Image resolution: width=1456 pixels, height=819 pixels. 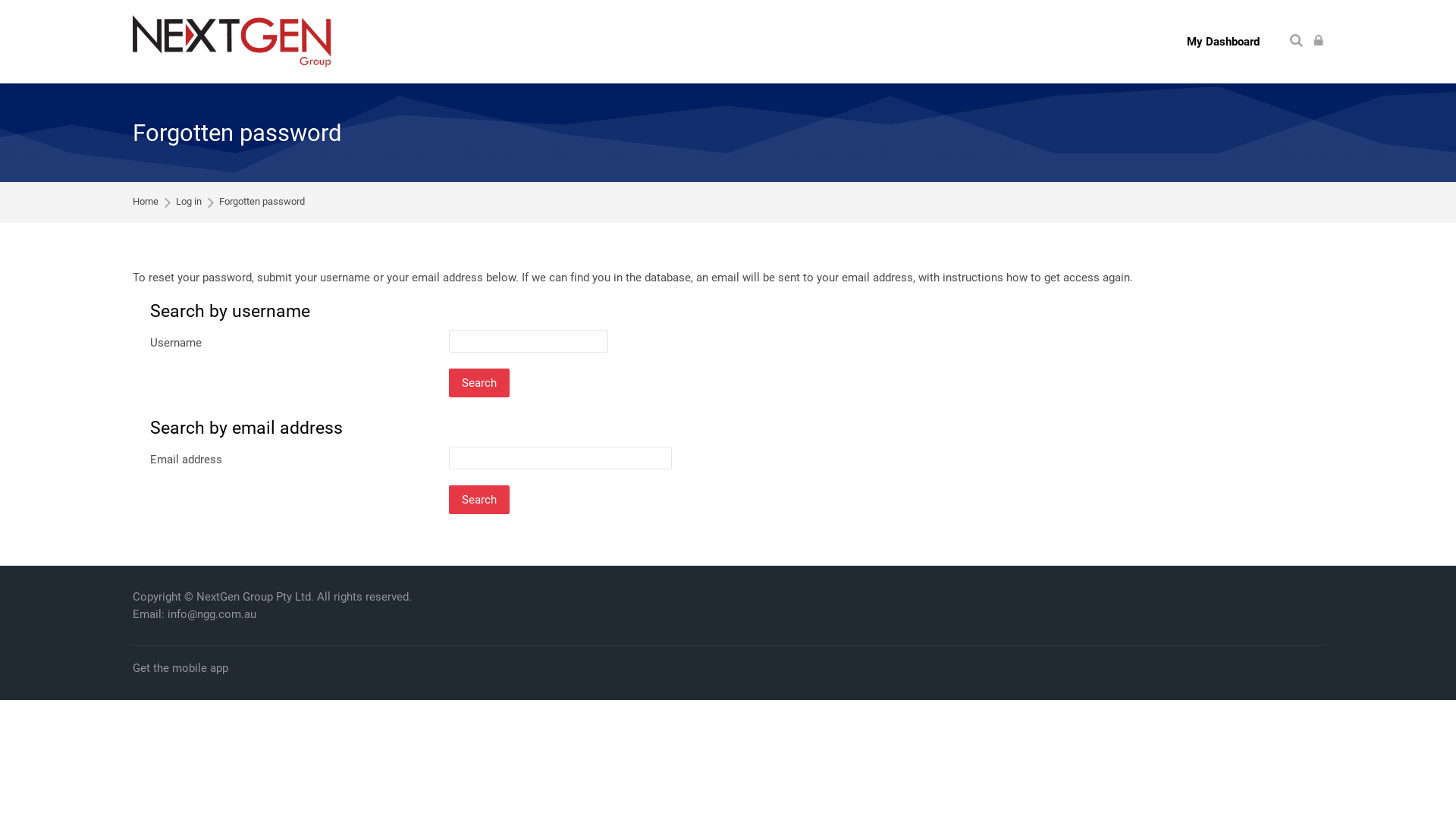 I want to click on 'Search', so click(x=1295, y=40).